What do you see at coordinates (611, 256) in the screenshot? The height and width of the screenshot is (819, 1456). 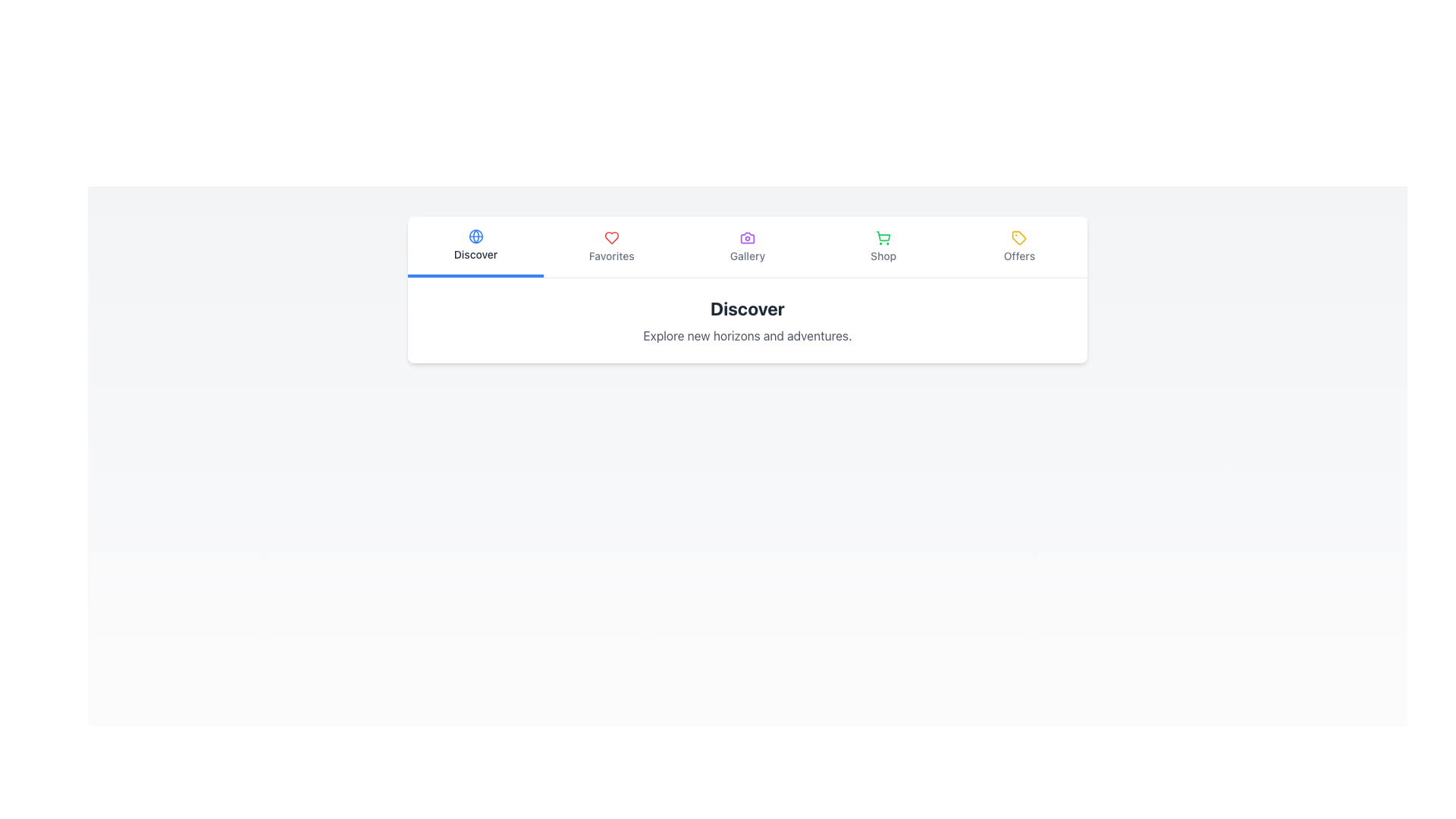 I see `text label indicating the section 'Favorites' in the navigation menu located between 'Discover' and 'Gallery'` at bounding box center [611, 256].